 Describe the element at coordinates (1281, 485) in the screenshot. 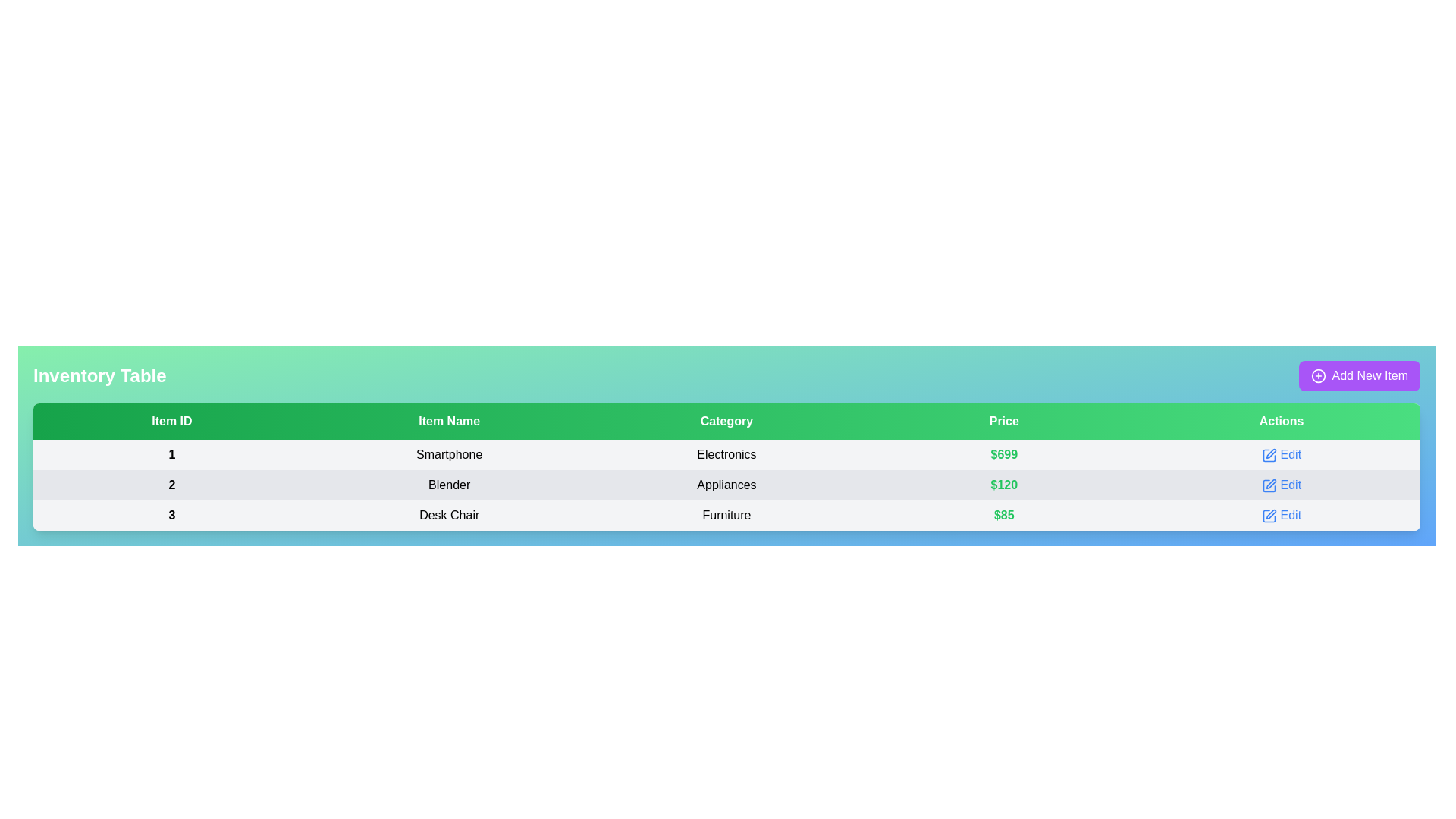

I see `the 'Edit' button in the 'Actions' column of the table for the item 'Blender' located in the second row` at that location.